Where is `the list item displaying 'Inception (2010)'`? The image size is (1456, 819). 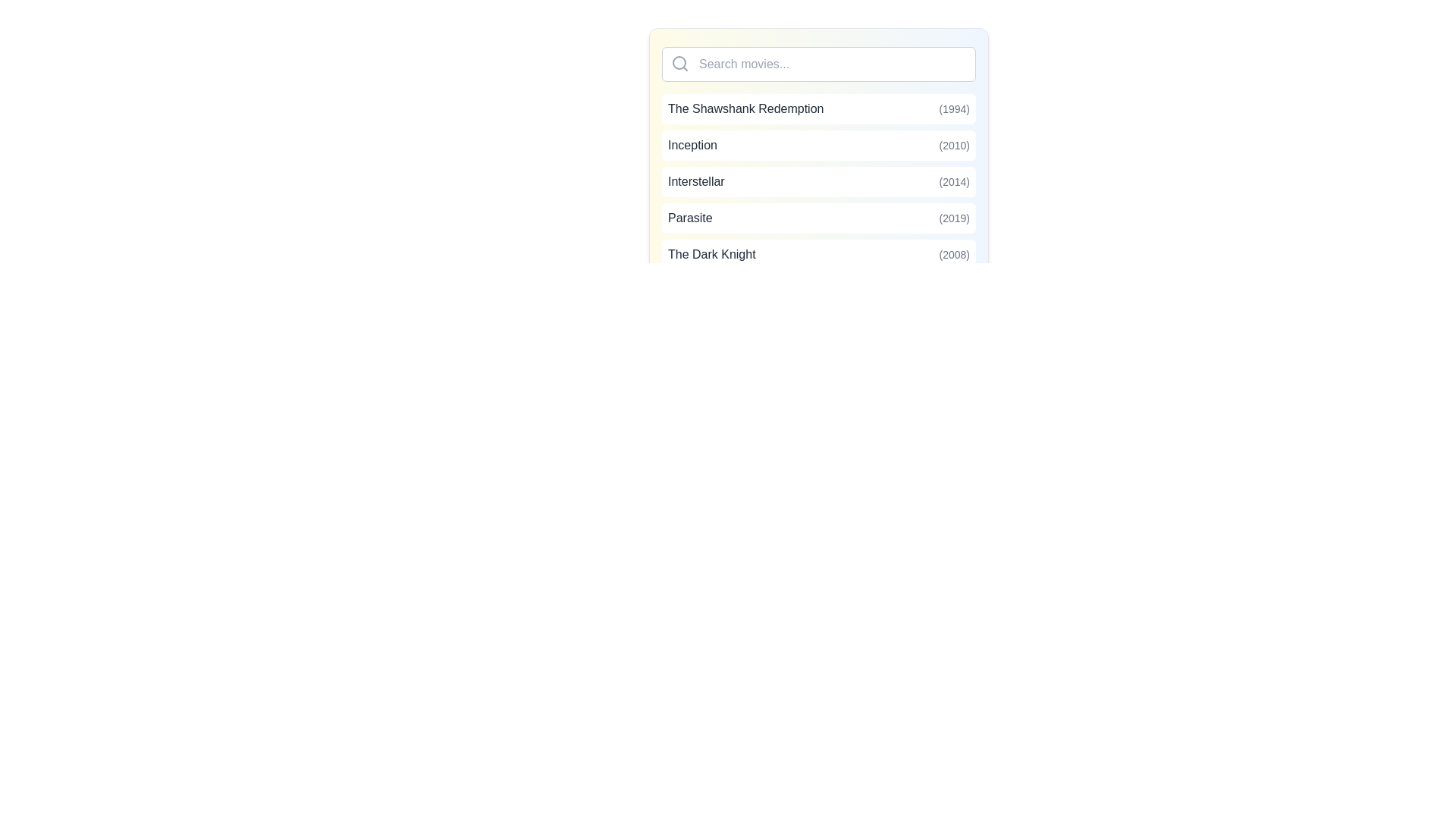 the list item displaying 'Inception (2010)' is located at coordinates (818, 146).